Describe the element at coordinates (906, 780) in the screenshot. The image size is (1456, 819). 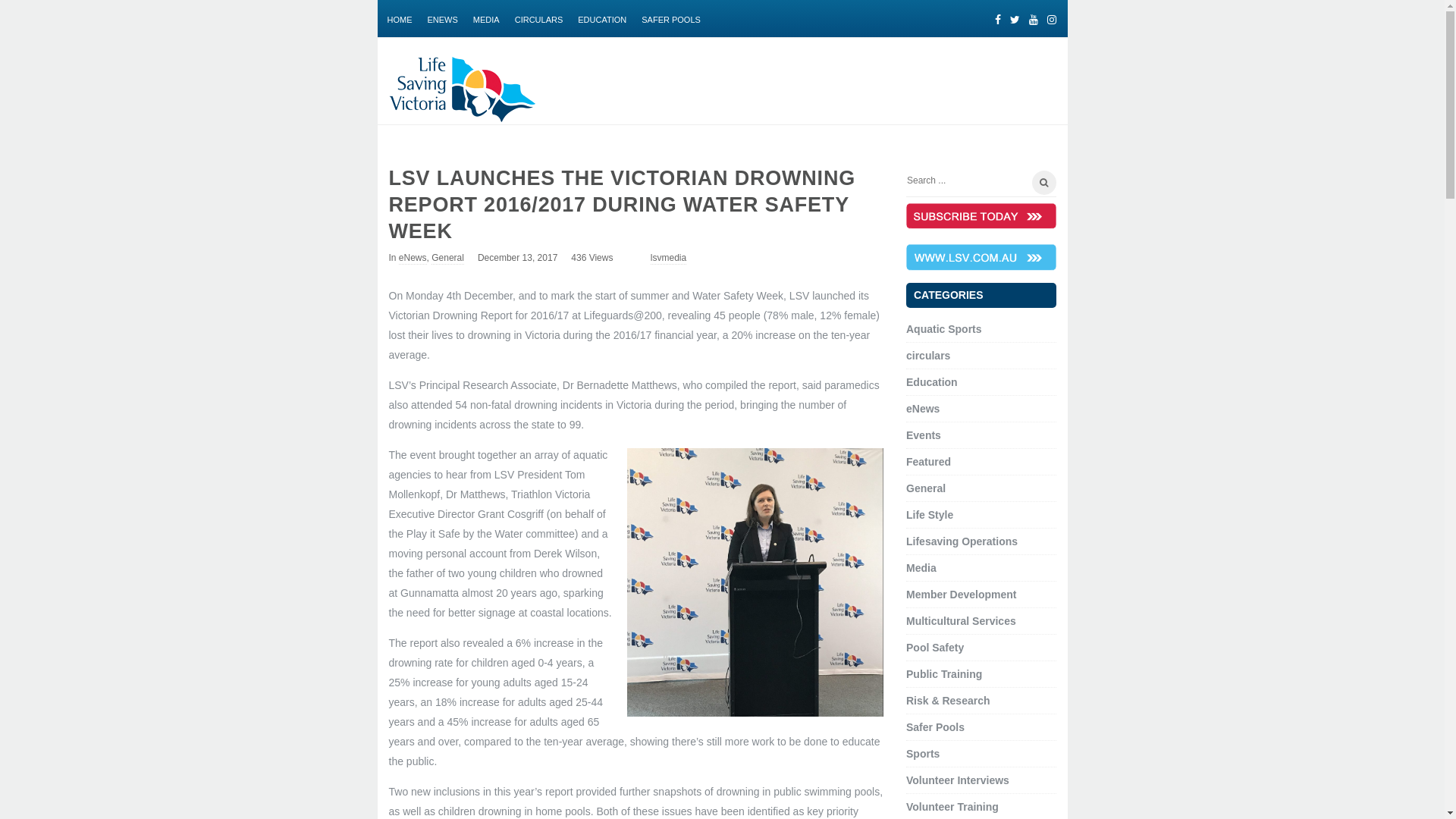
I see `'Volunteer Interviews'` at that location.